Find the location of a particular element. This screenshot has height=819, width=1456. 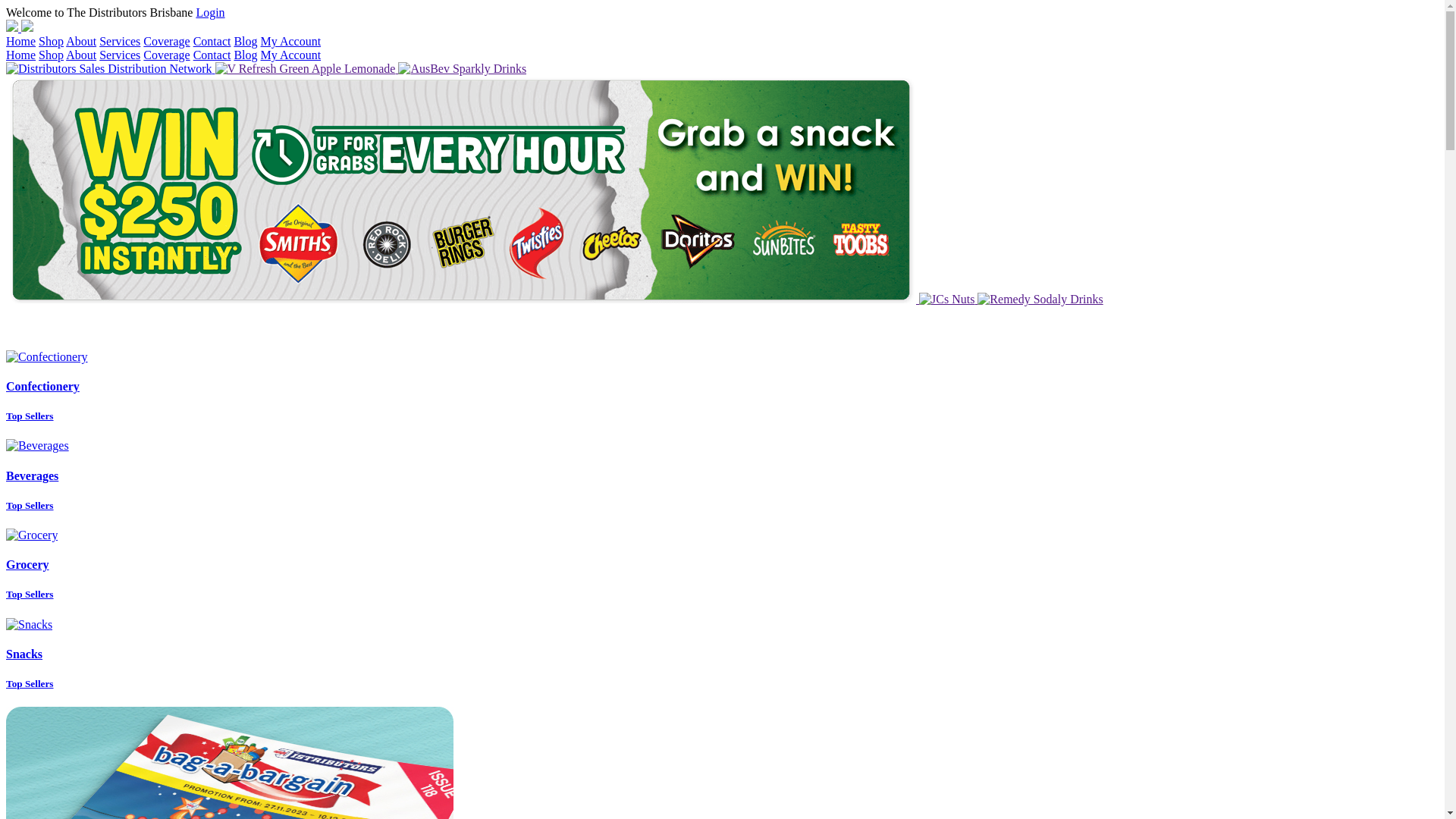

'Coverage' is located at coordinates (166, 54).